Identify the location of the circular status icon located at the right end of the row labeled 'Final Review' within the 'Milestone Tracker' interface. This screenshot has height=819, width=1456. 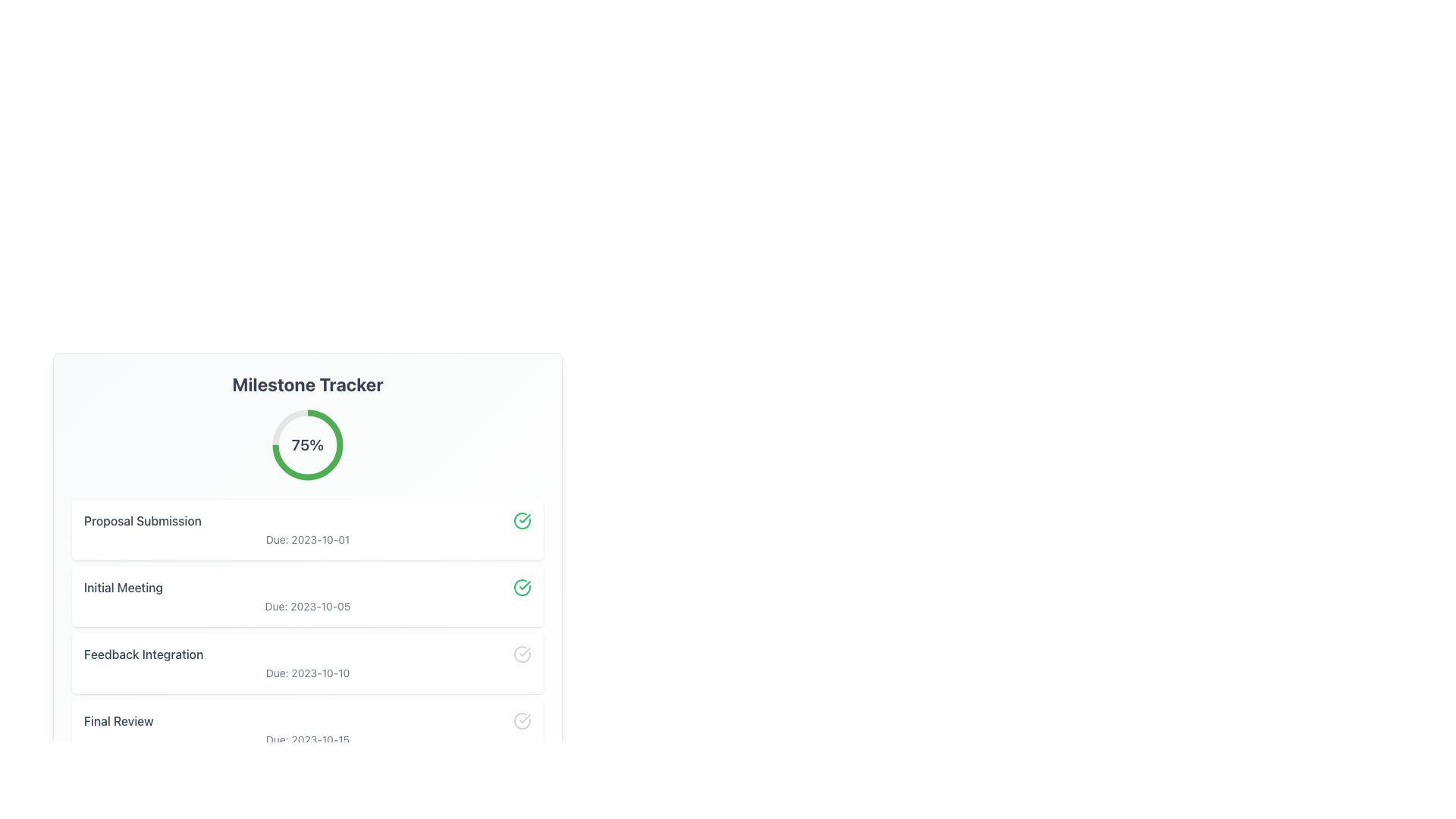
(522, 720).